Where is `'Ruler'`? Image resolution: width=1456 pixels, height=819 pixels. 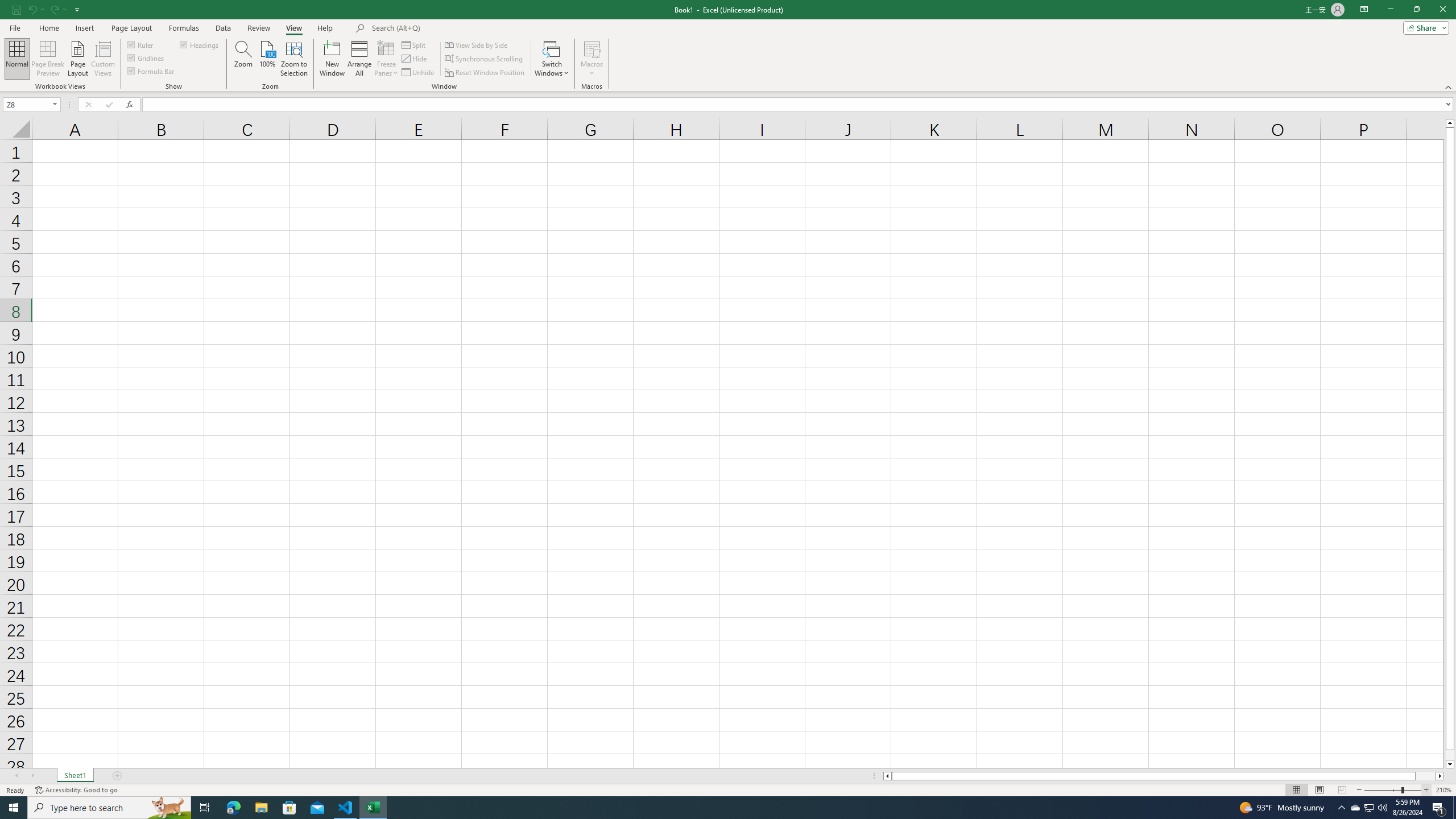 'Ruler' is located at coordinates (141, 44).